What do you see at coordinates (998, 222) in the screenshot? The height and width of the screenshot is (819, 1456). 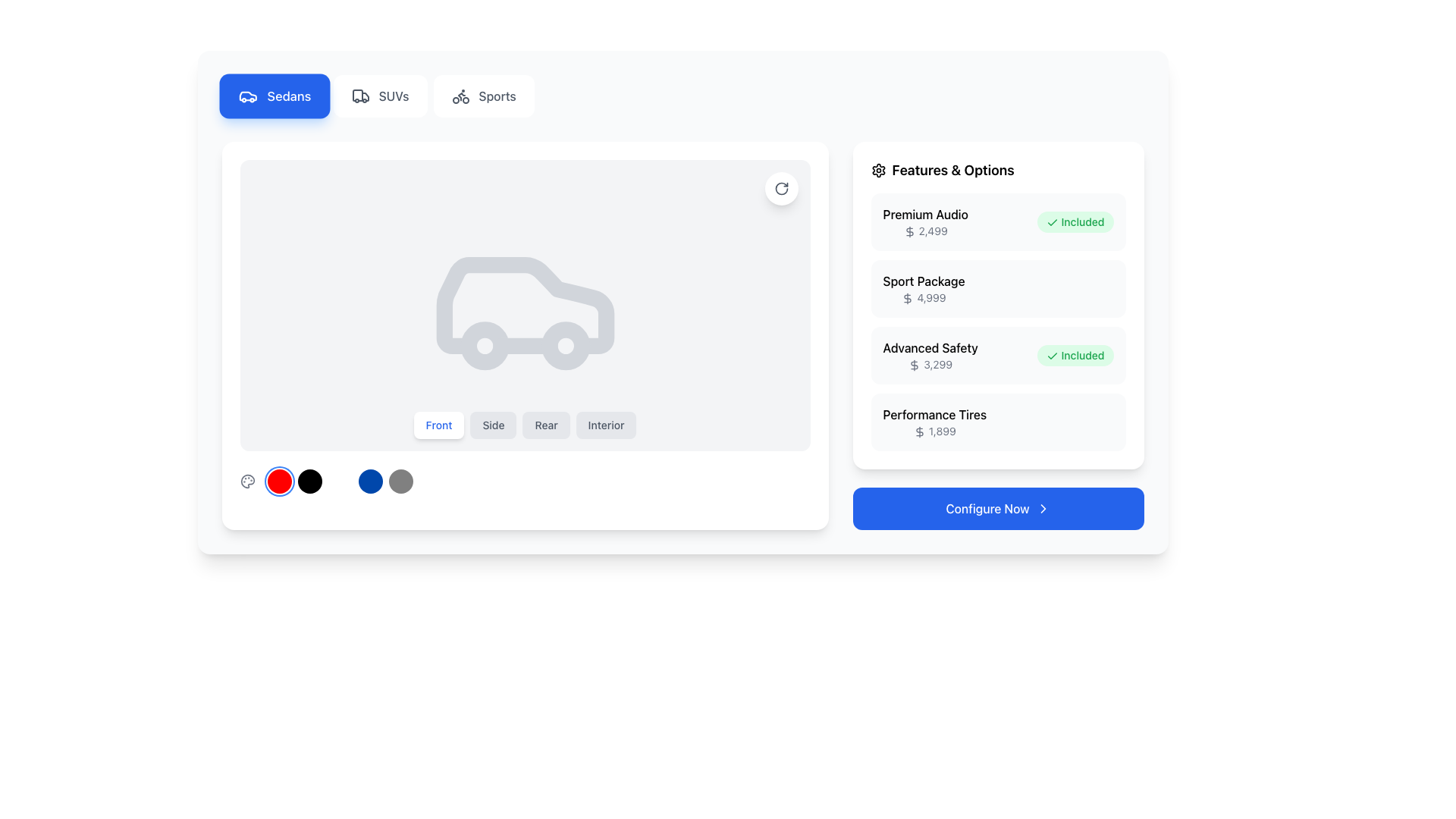 I see `the 'Premium Audio' feature card, which is the first element in the 'Features & Options' section, located at the top right of the interface` at bounding box center [998, 222].